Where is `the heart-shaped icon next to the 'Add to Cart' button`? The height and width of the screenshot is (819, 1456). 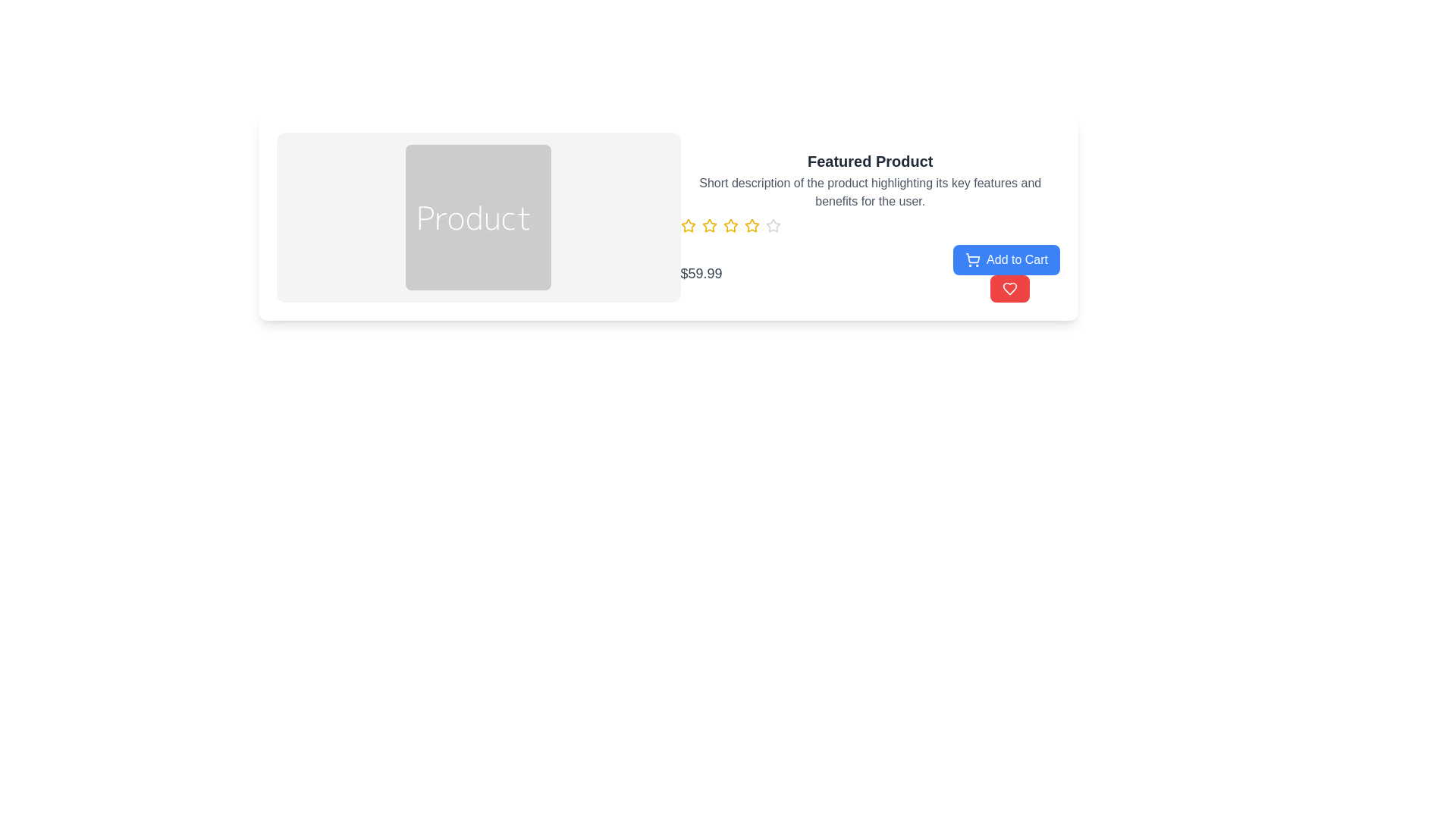
the heart-shaped icon next to the 'Add to Cart' button is located at coordinates (1009, 289).